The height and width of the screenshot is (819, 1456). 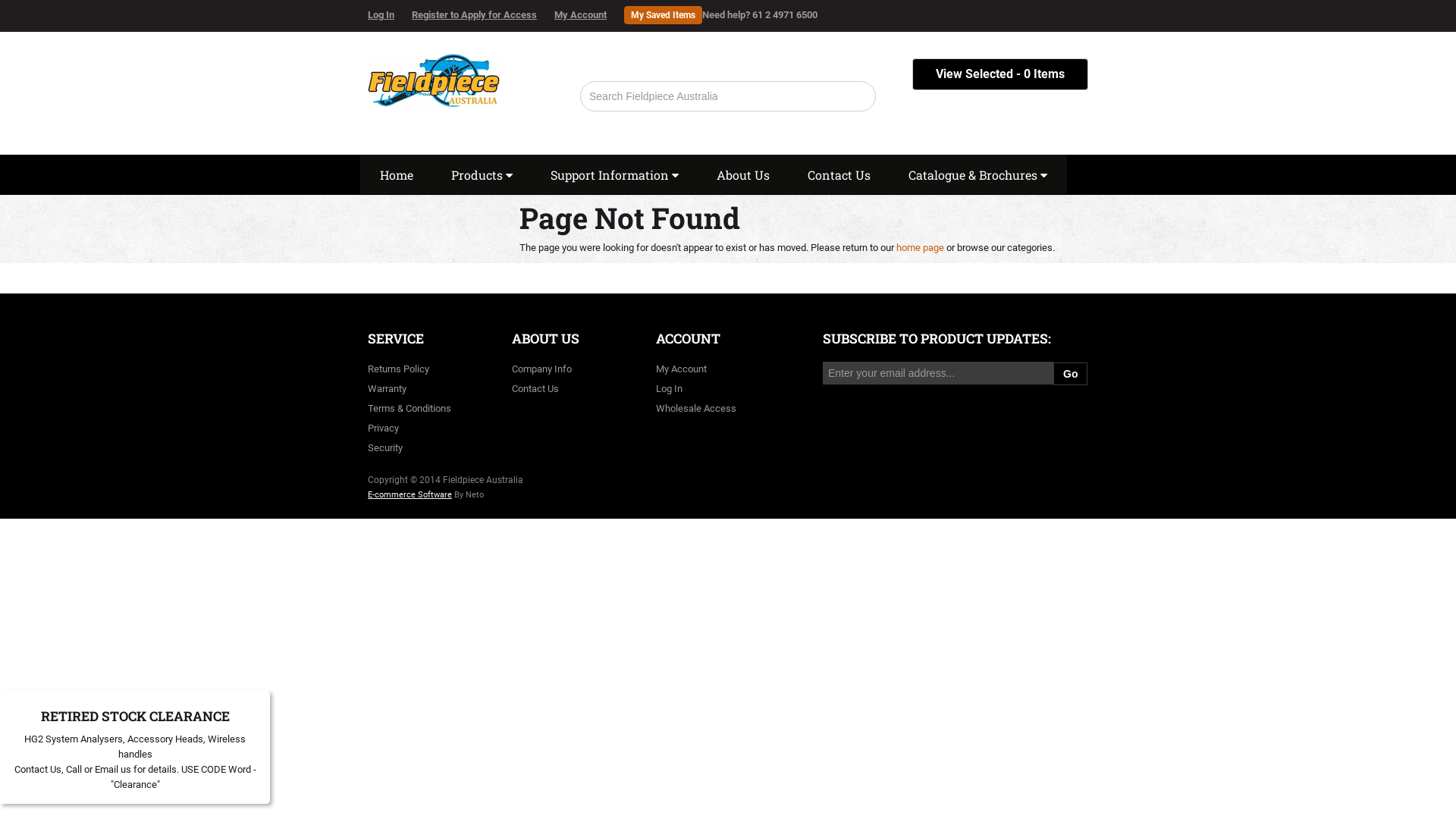 What do you see at coordinates (388, 14) in the screenshot?
I see `'Log In'` at bounding box center [388, 14].